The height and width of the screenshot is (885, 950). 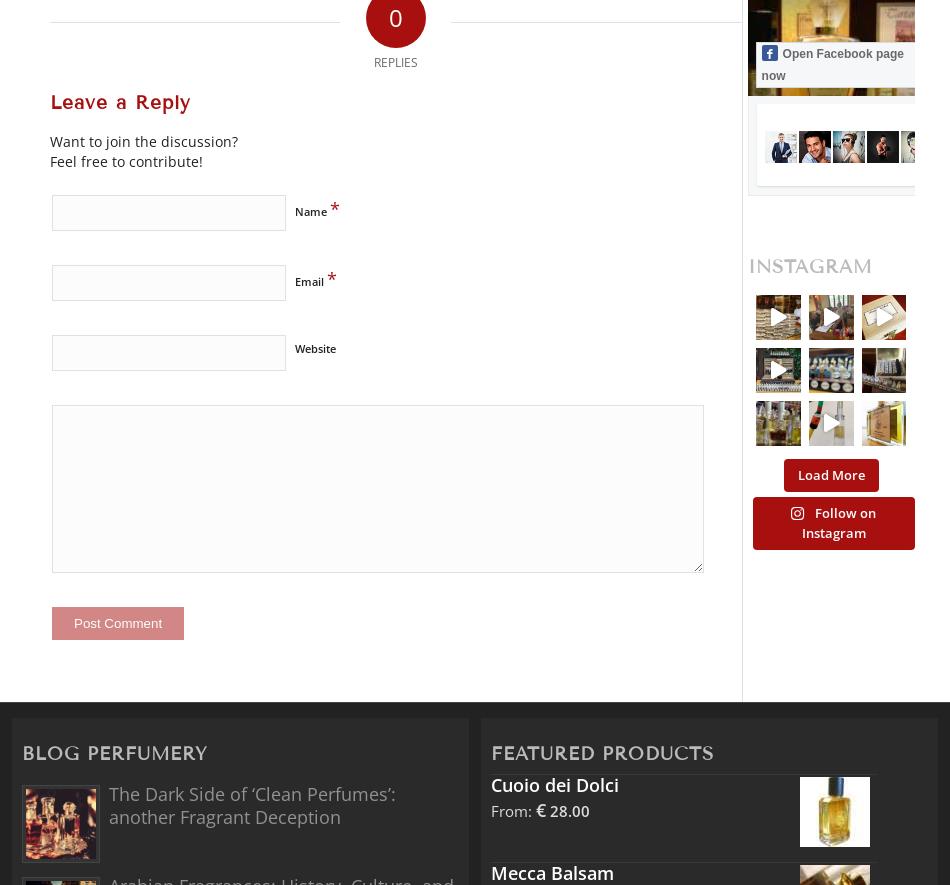 What do you see at coordinates (311, 209) in the screenshot?
I see `'Name'` at bounding box center [311, 209].